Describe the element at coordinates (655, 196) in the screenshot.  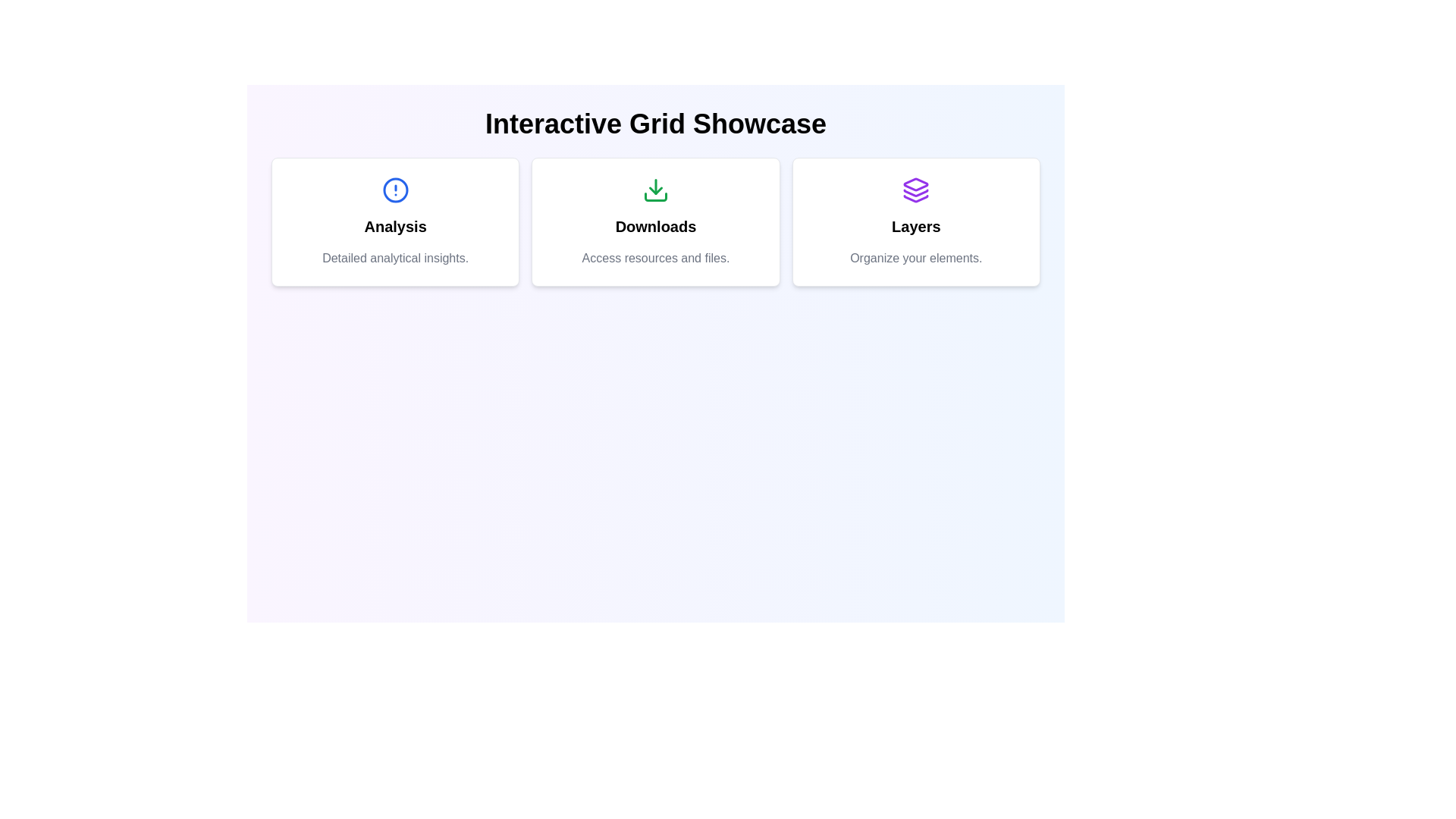
I see `the lower horizontal component of the download icon within the 'Downloads' card, which serves as a base or platform for the icon` at that location.